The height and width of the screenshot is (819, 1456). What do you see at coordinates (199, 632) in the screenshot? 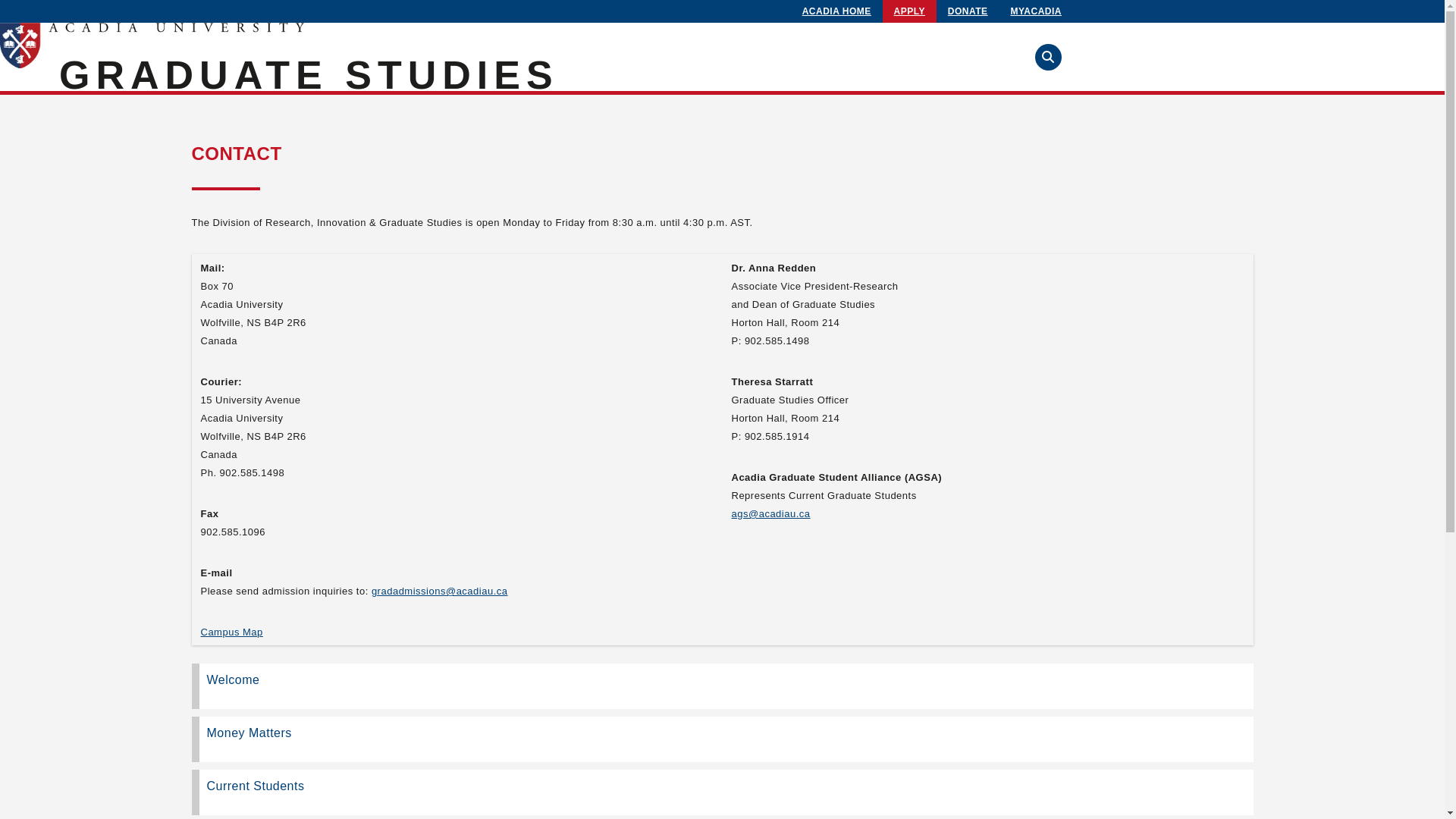
I see `'Campus Map'` at bounding box center [199, 632].